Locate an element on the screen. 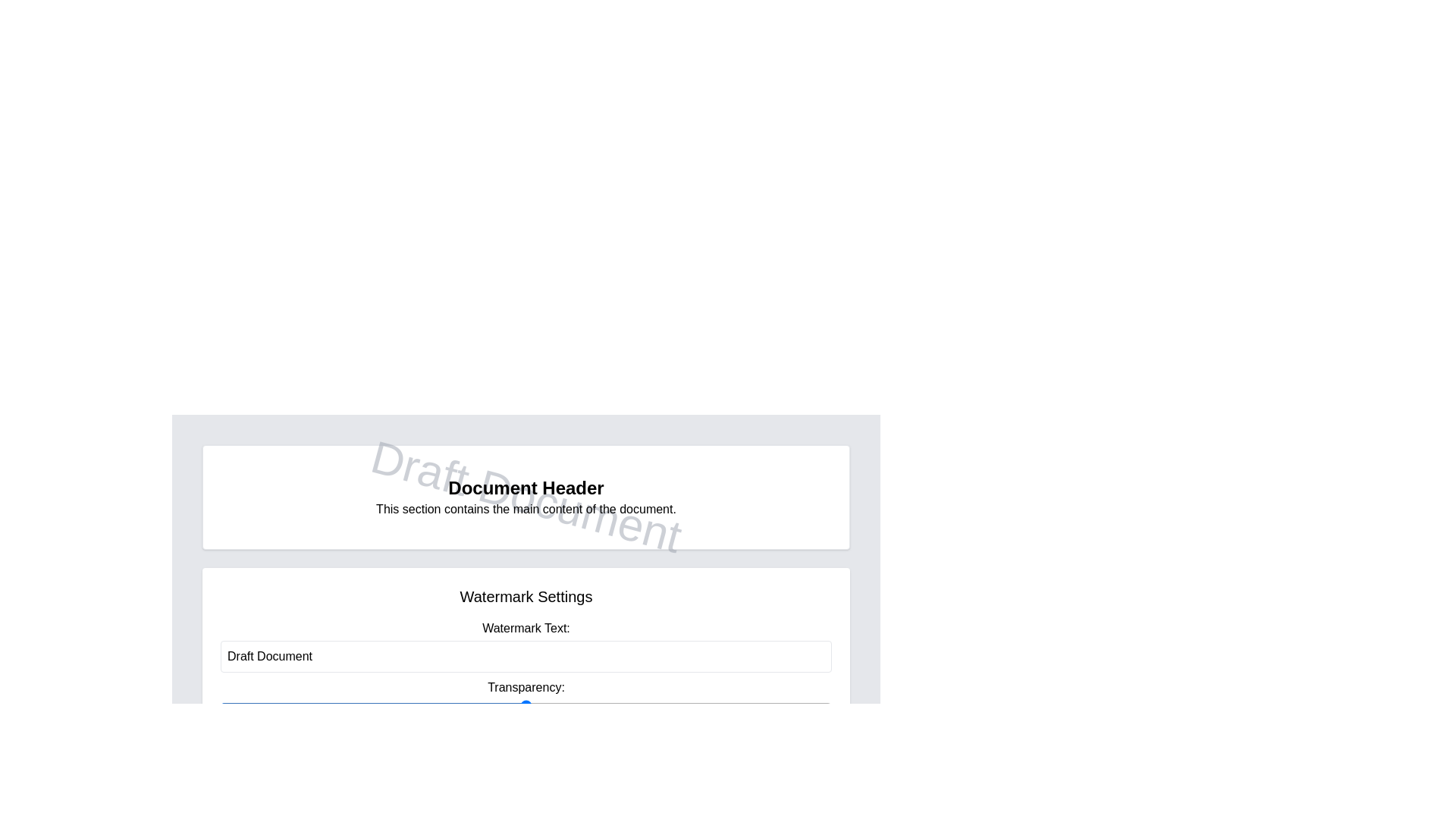 This screenshot has width=1456, height=819. Text Block that contains the header 'Document Header' and the descriptive text underneath it, which explains the main content of the document is located at coordinates (526, 497).